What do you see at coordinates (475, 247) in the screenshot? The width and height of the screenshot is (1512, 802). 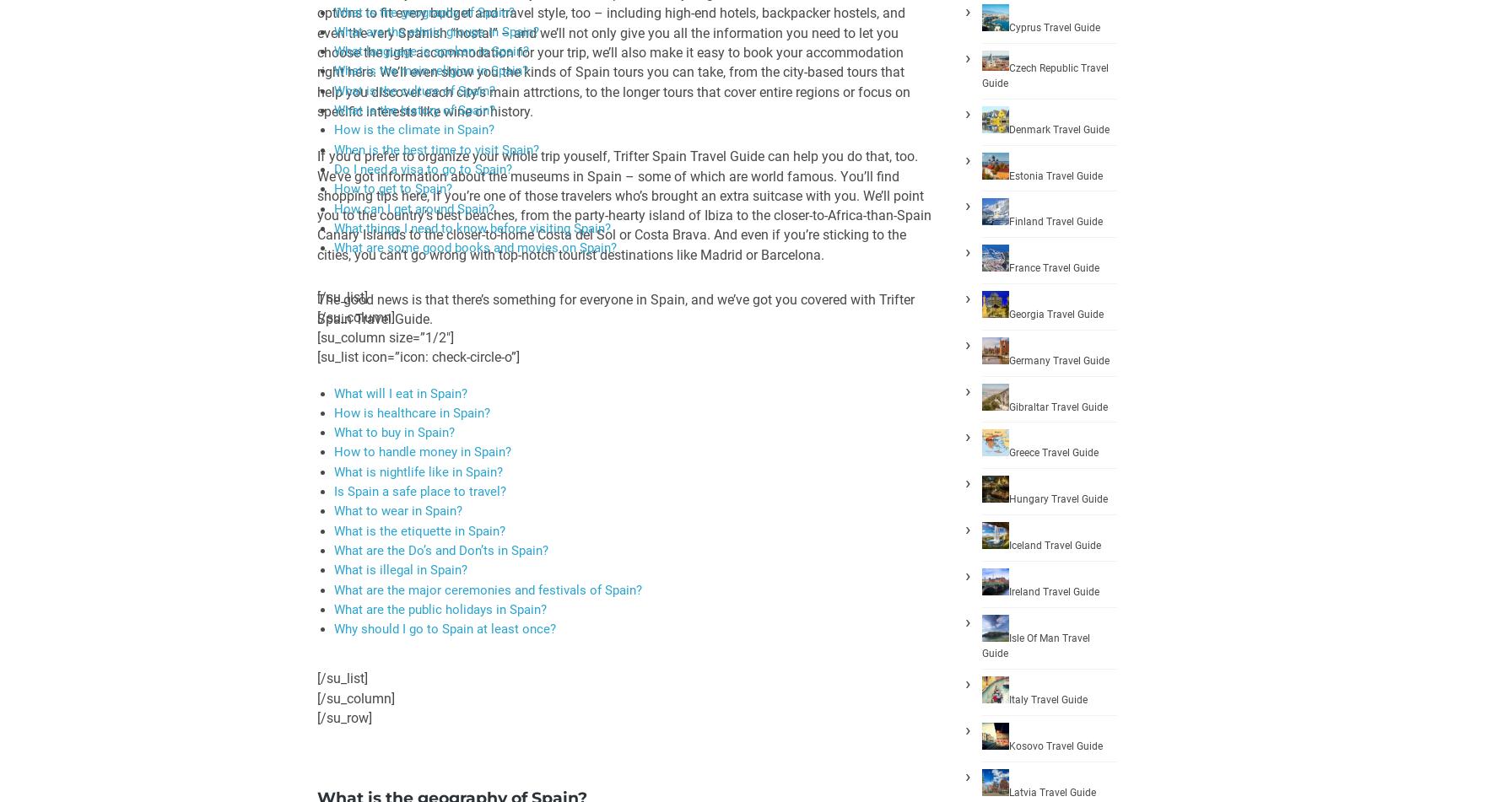 I see `'What are some good books and movies on Spain?'` at bounding box center [475, 247].